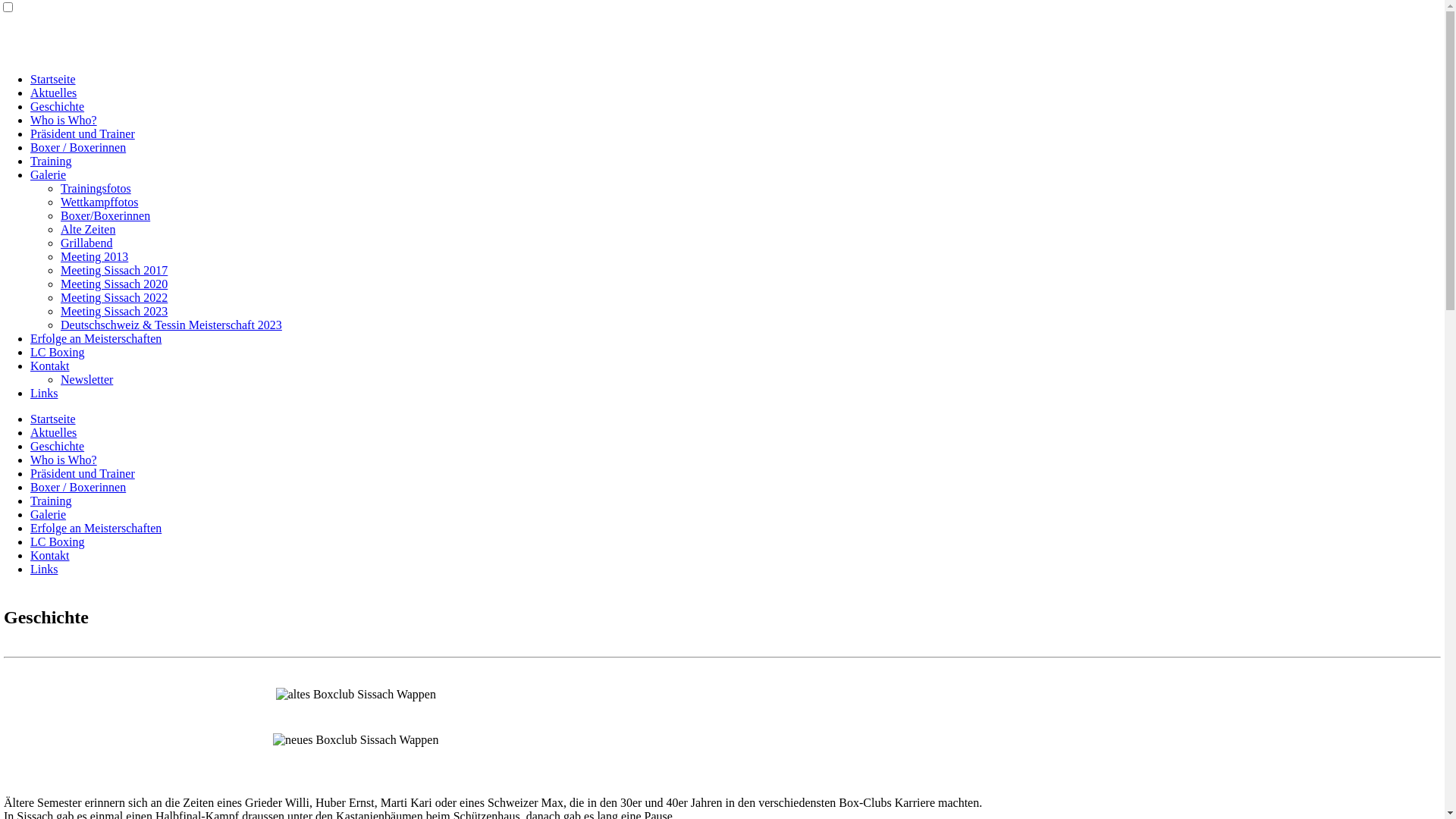  Describe the element at coordinates (48, 513) in the screenshot. I see `'Galerie'` at that location.